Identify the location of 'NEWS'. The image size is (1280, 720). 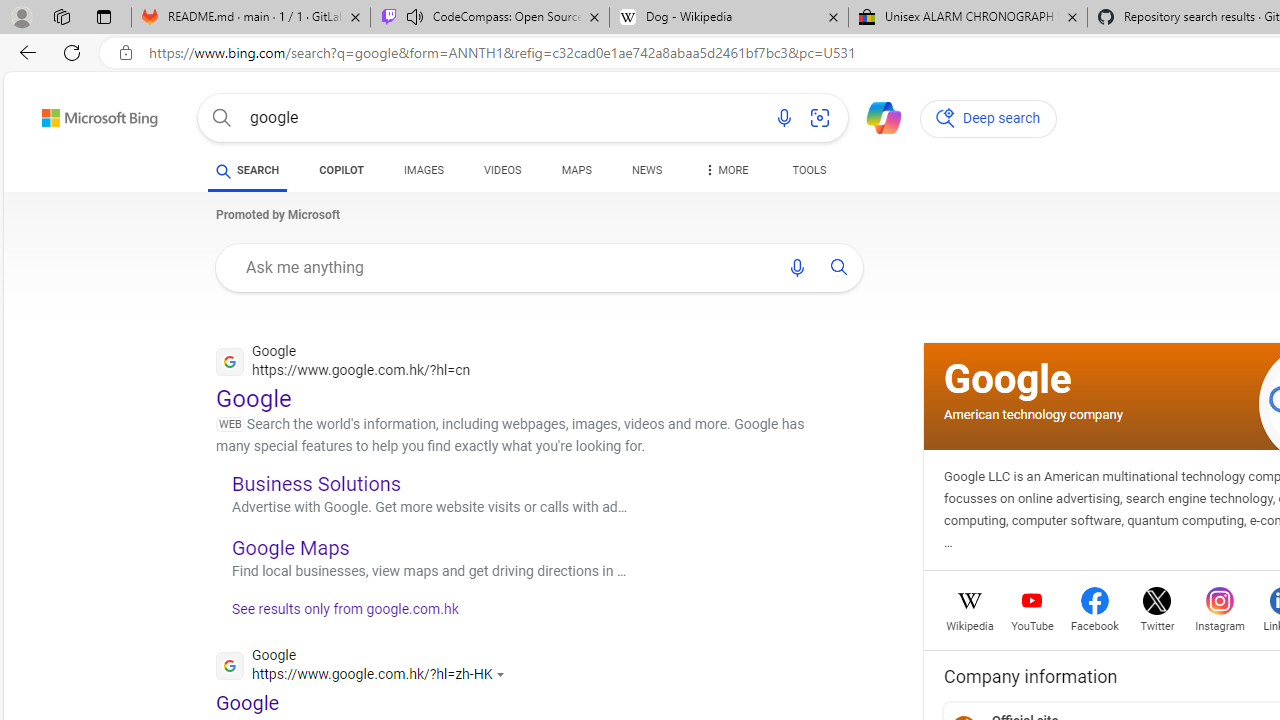
(647, 170).